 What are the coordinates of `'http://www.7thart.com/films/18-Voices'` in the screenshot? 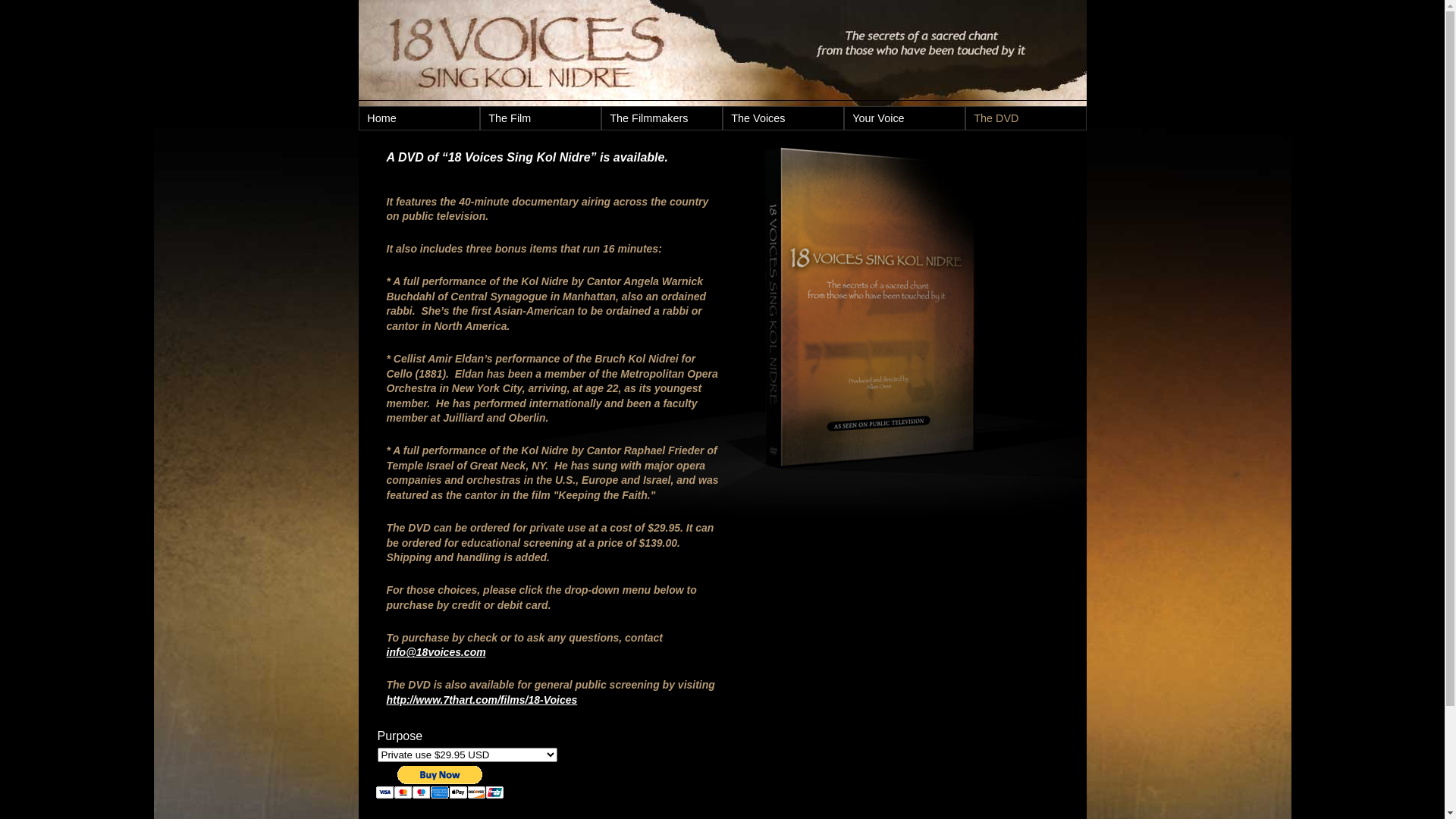 It's located at (481, 699).